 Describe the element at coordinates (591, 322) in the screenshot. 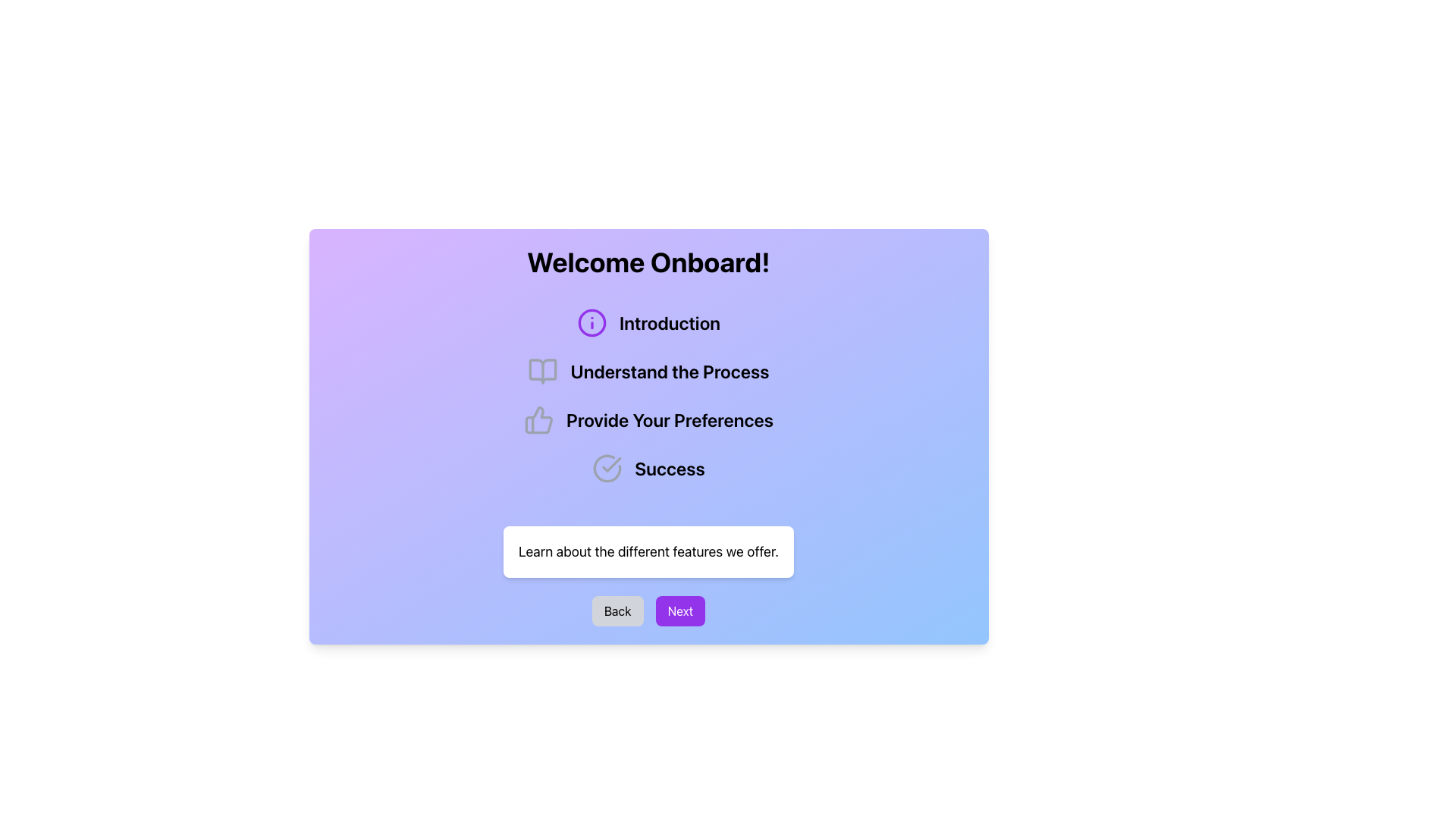

I see `the icon located to the left of the 'Introduction' text, serving as a visual marker for the section` at that location.